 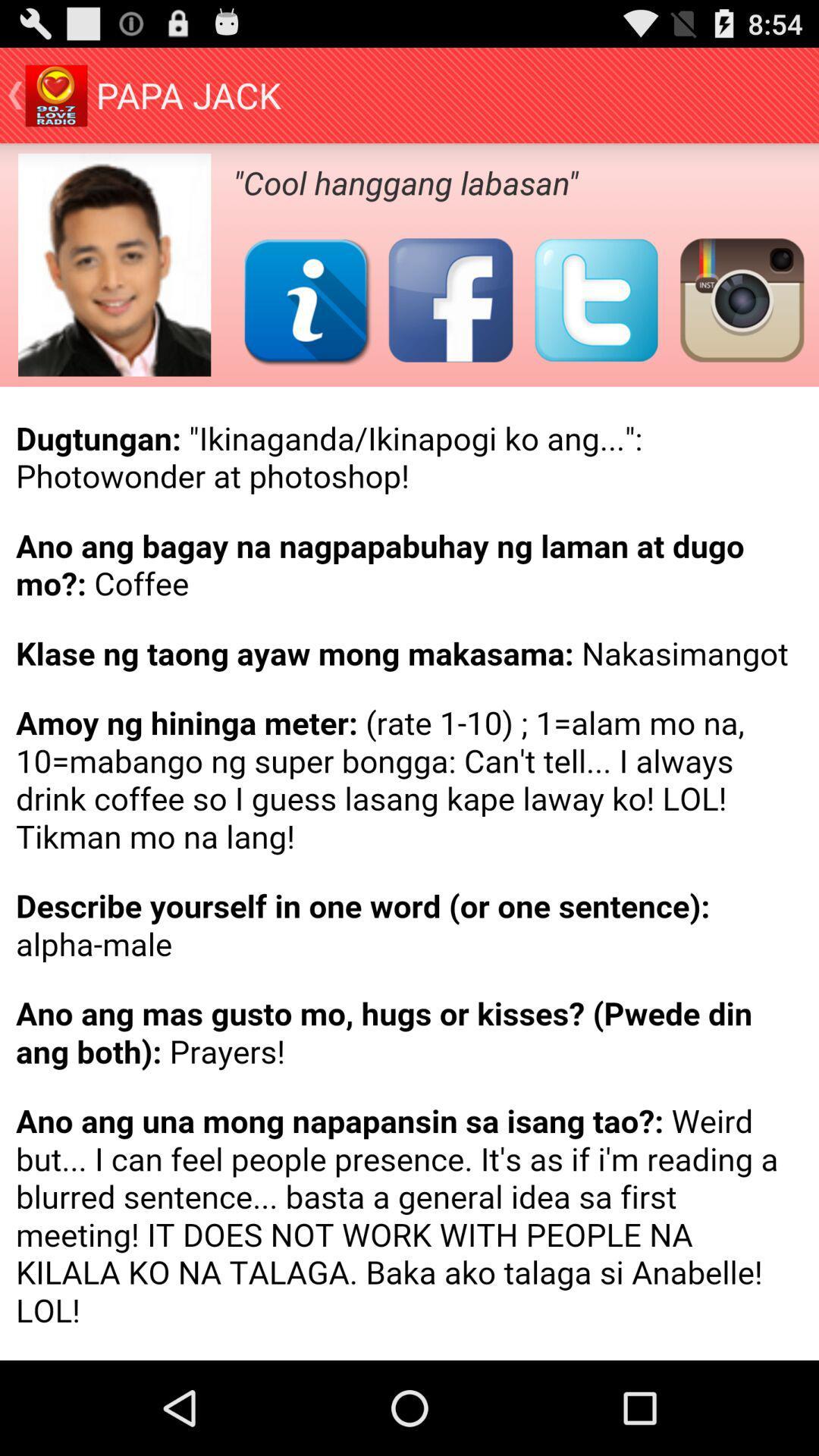 I want to click on access social network profile, so click(x=306, y=300).